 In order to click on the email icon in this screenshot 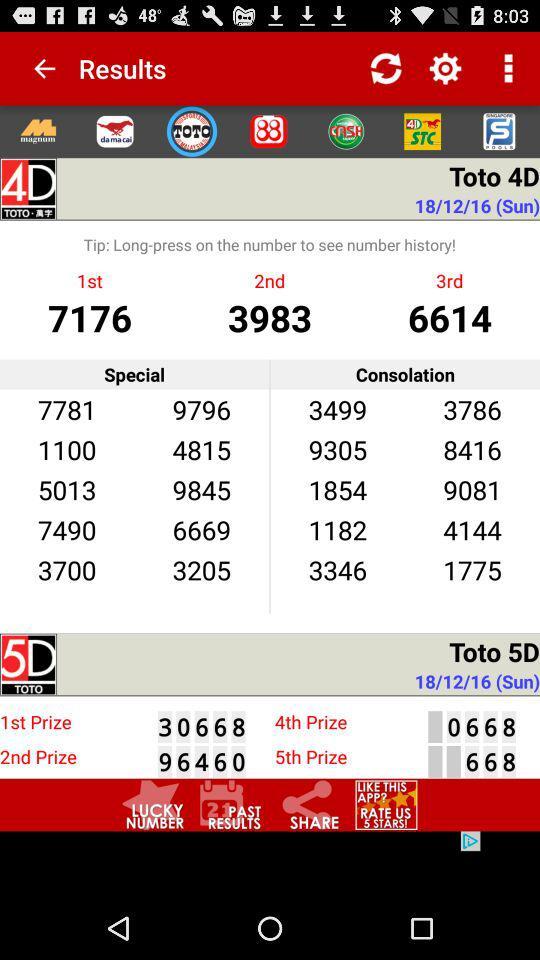, I will do `click(115, 139)`.